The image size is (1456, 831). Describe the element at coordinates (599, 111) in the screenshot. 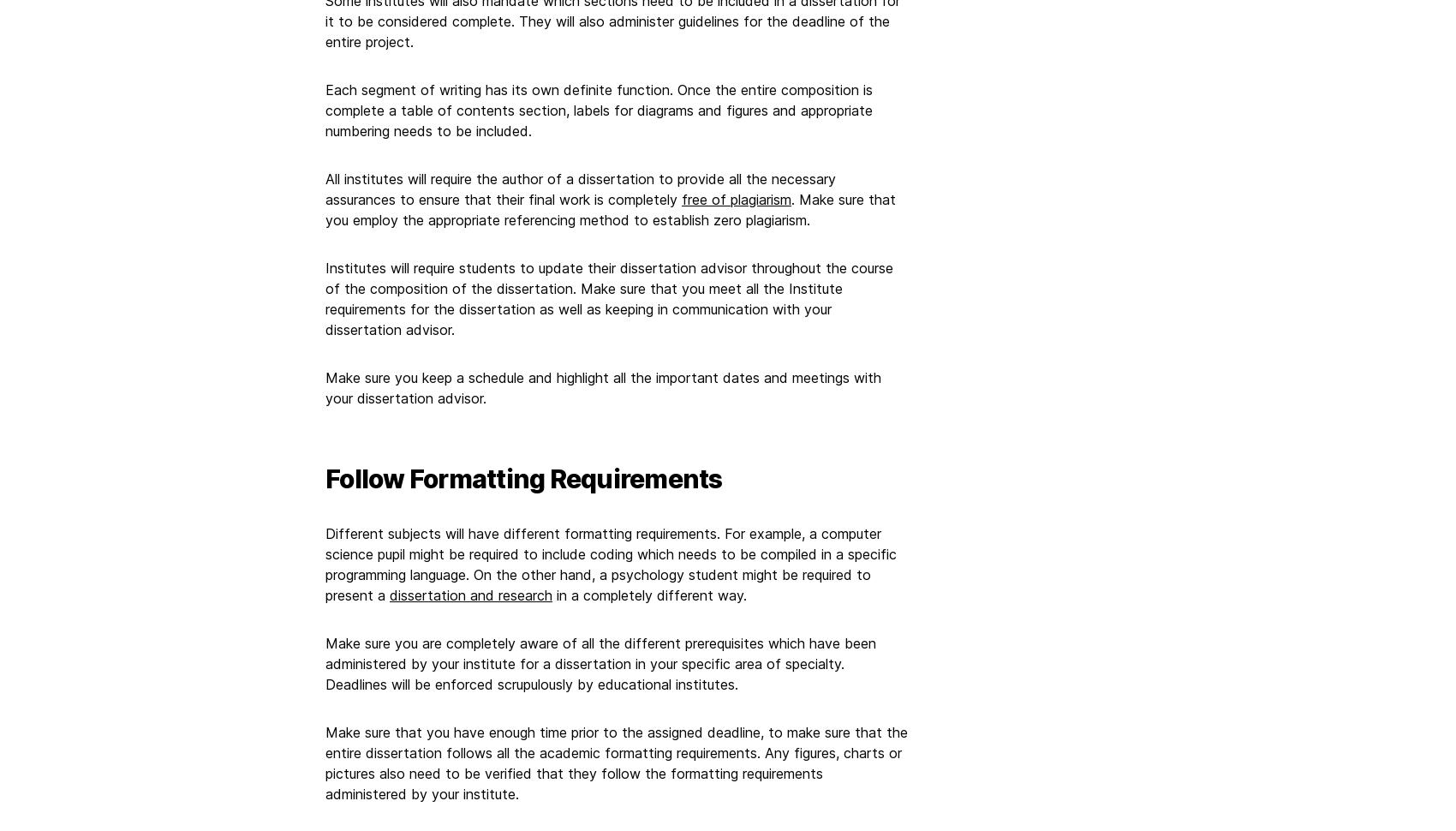

I see `'Each segment of writing has its own definite function. Once the entire composition is complete a table of contents section, labels for diagrams and figures and appropriate numbering needs to be included.'` at that location.